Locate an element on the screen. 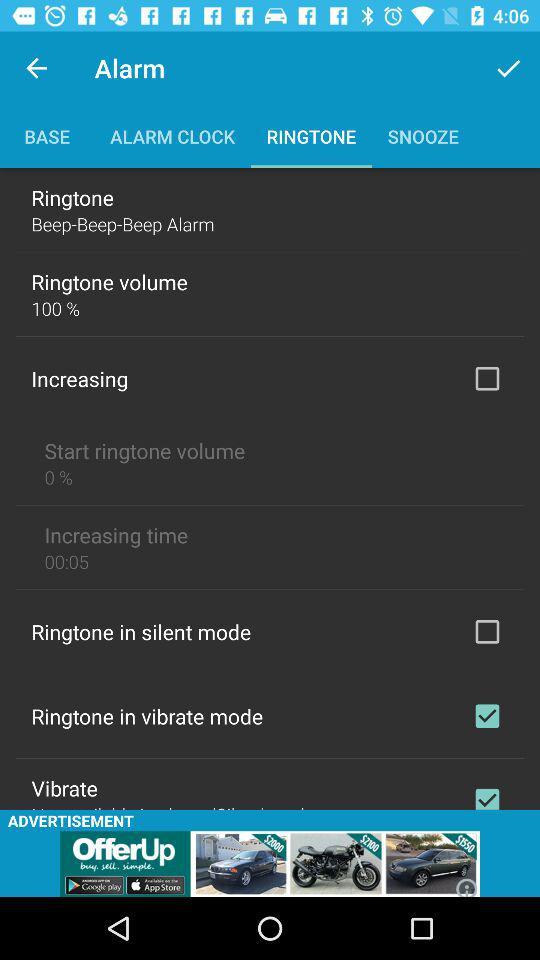 This screenshot has height=960, width=540. choose is located at coordinates (486, 630).